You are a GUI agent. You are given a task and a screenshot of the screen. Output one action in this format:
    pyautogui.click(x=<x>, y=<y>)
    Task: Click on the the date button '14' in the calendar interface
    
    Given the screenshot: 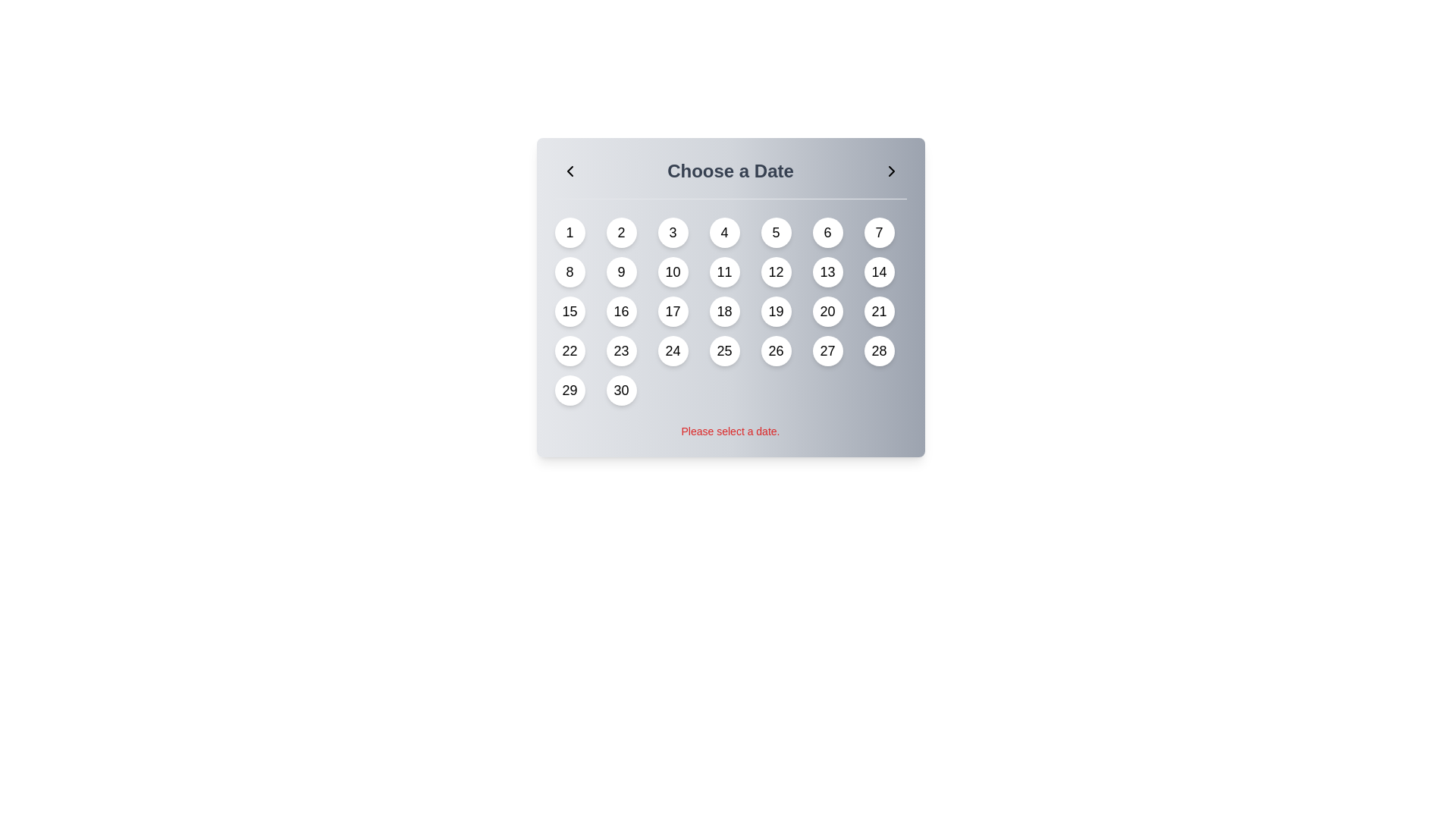 What is the action you would take?
    pyautogui.click(x=879, y=271)
    